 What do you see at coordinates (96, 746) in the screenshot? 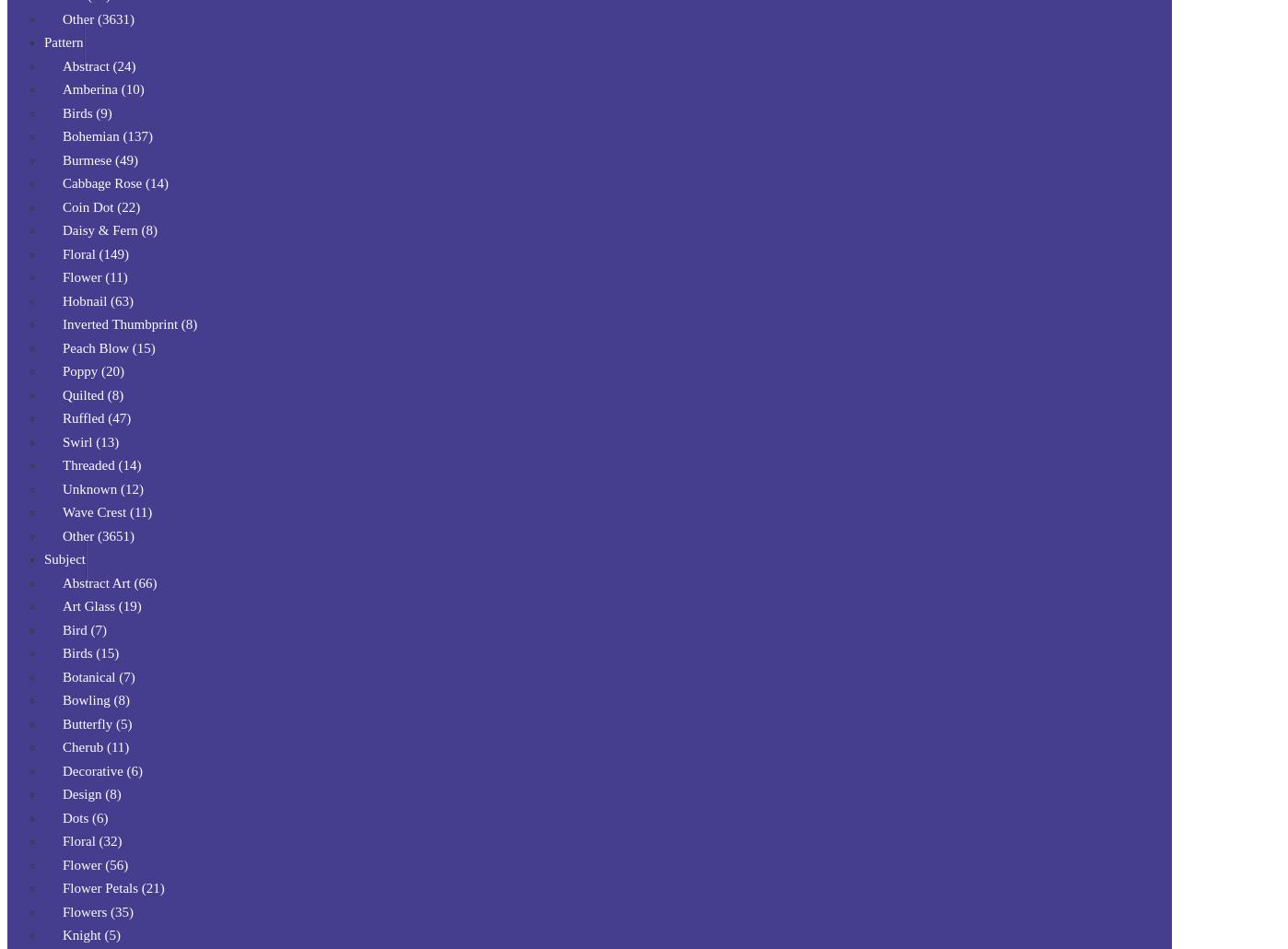
I see `'Cherub (11)'` at bounding box center [96, 746].